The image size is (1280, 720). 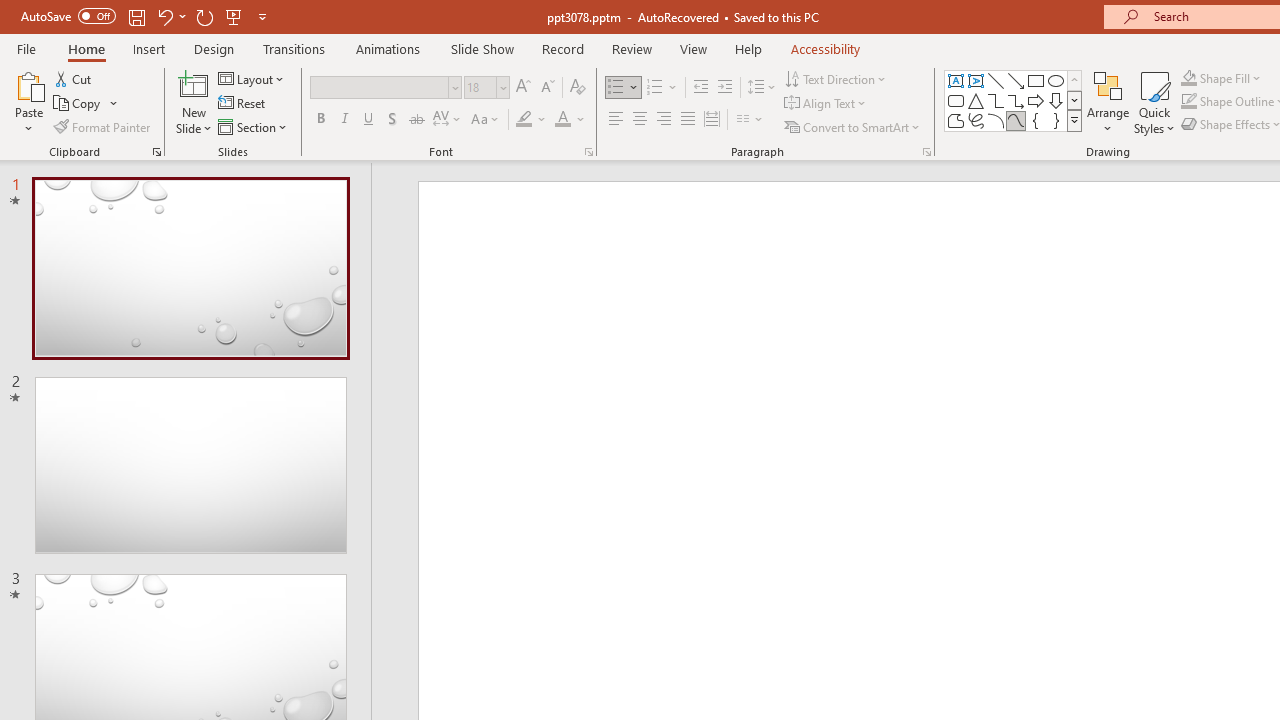 What do you see at coordinates (561, 119) in the screenshot?
I see `'Font Color Red'` at bounding box center [561, 119].